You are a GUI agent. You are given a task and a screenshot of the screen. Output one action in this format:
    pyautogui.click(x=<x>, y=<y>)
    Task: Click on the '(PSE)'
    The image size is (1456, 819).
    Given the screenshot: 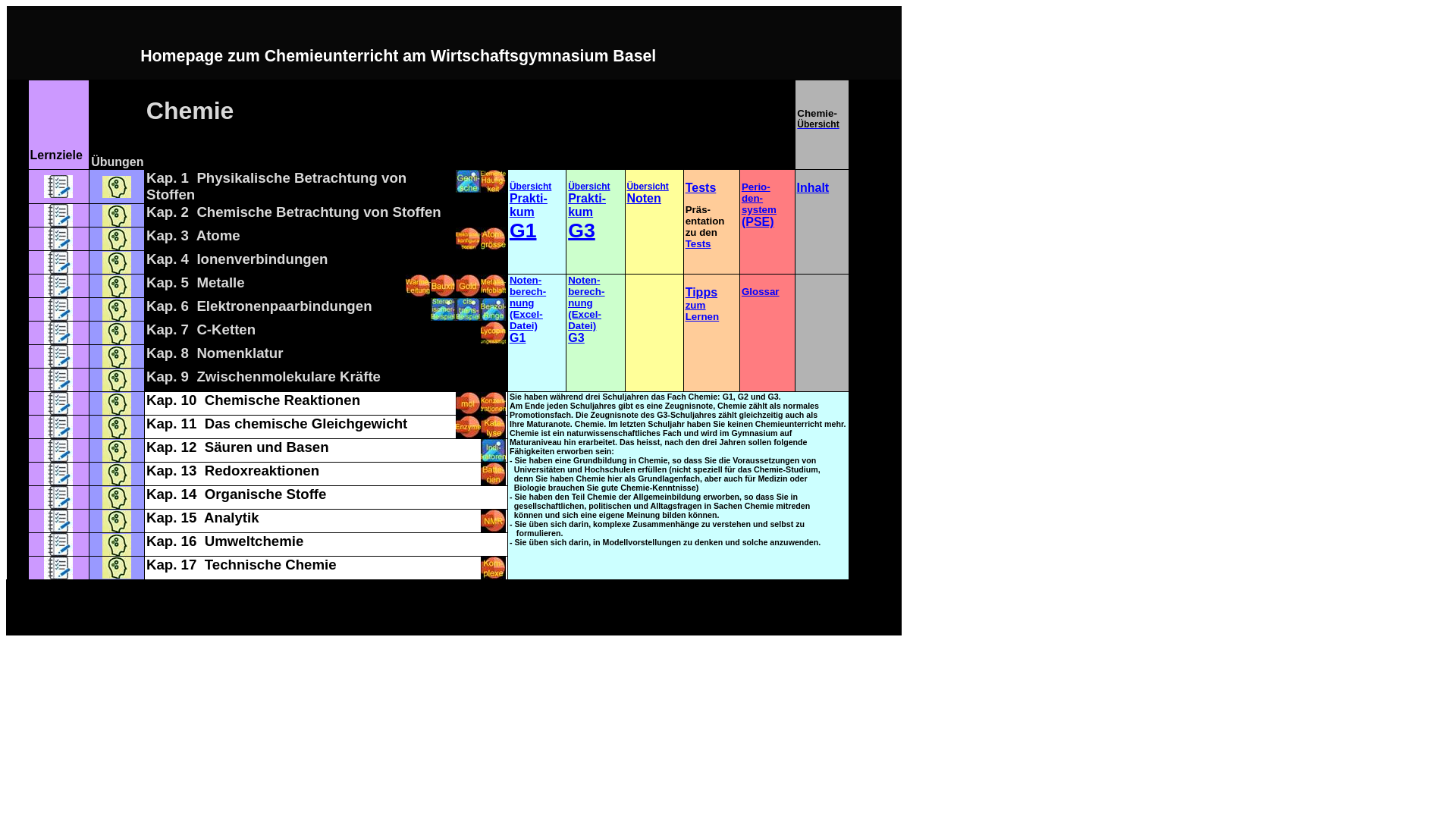 What is the action you would take?
    pyautogui.click(x=758, y=221)
    